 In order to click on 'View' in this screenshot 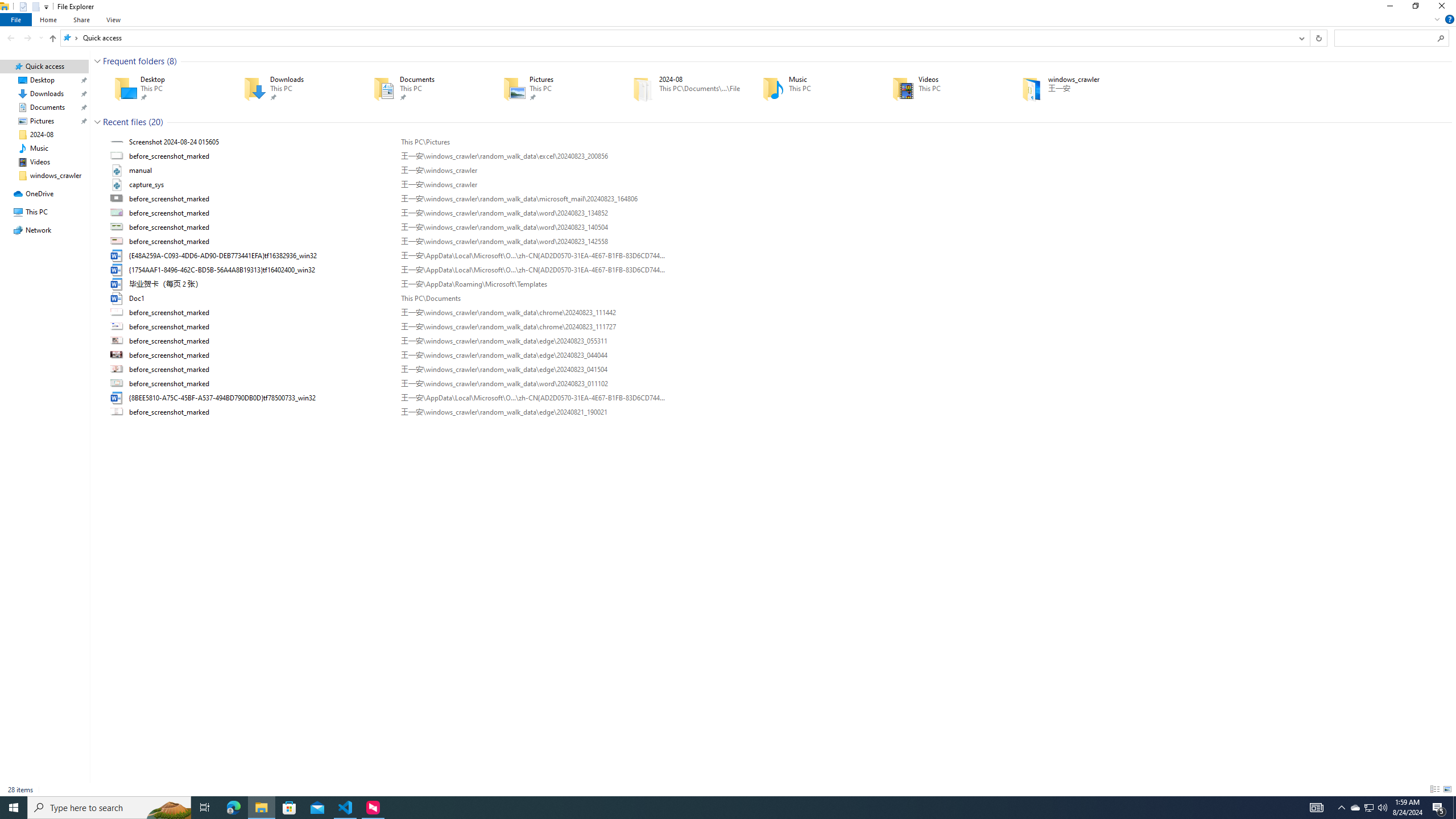, I will do `click(113, 19)`.